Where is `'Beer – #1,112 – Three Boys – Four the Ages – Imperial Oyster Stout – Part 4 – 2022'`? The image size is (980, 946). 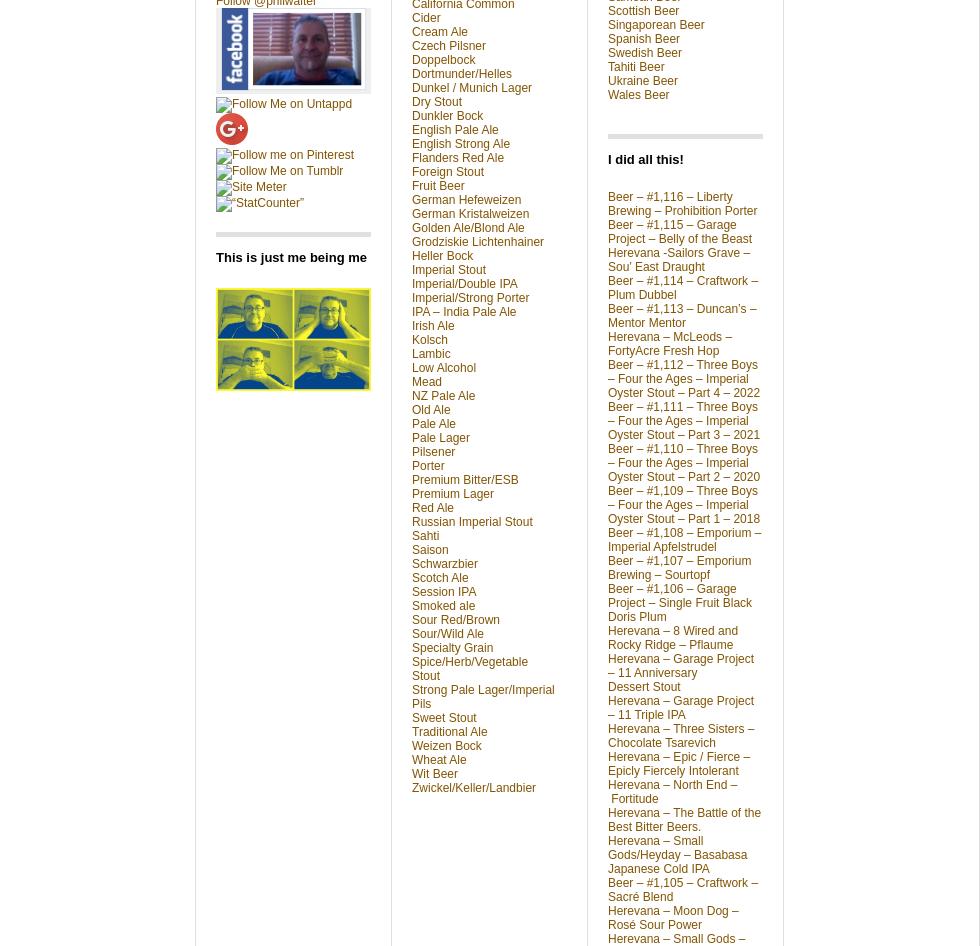 'Beer – #1,112 – Three Boys – Four the Ages – Imperial Oyster Stout – Part 4 – 2022' is located at coordinates (684, 378).